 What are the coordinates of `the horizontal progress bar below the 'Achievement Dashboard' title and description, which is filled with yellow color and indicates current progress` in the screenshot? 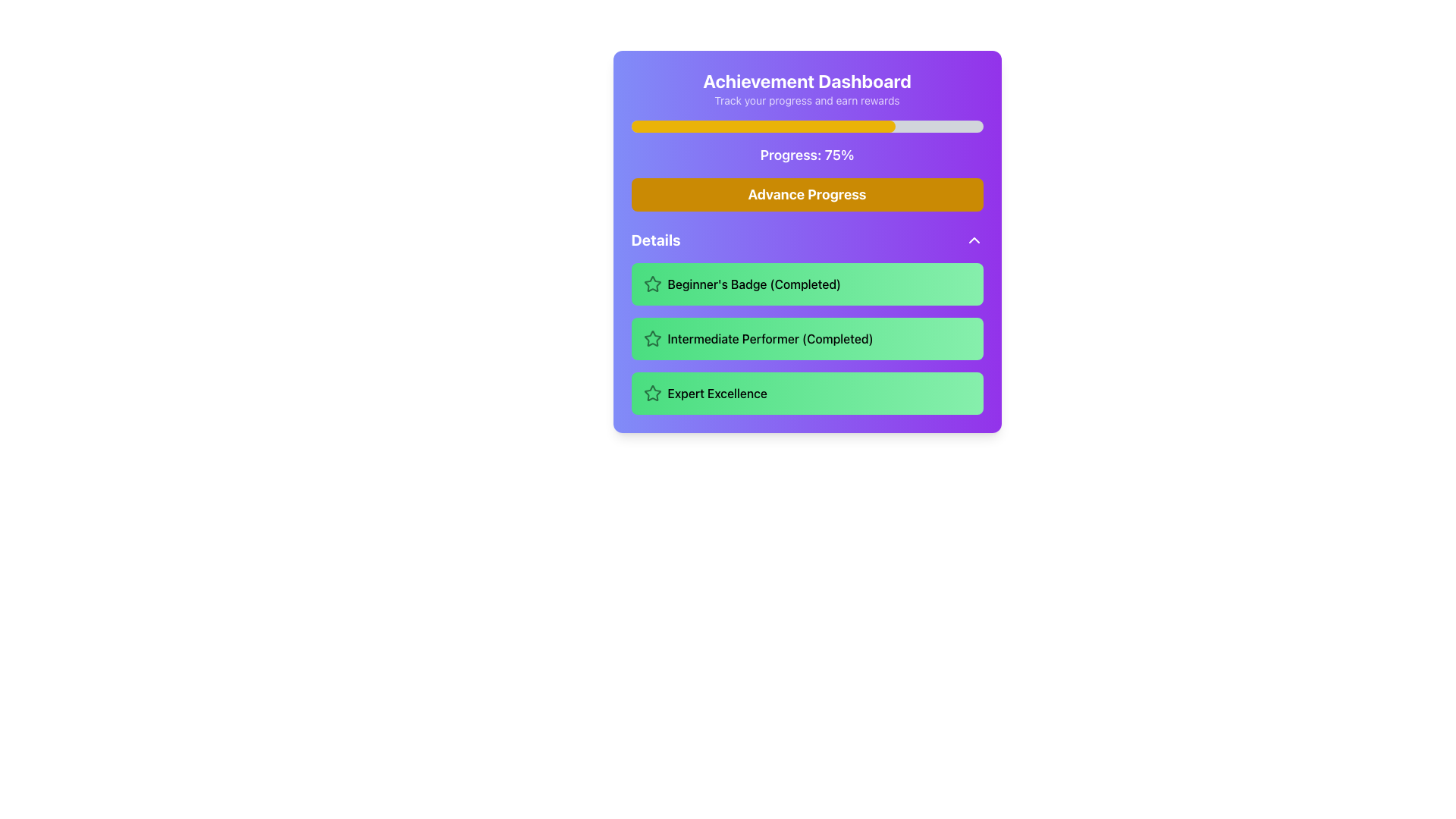 It's located at (806, 125).